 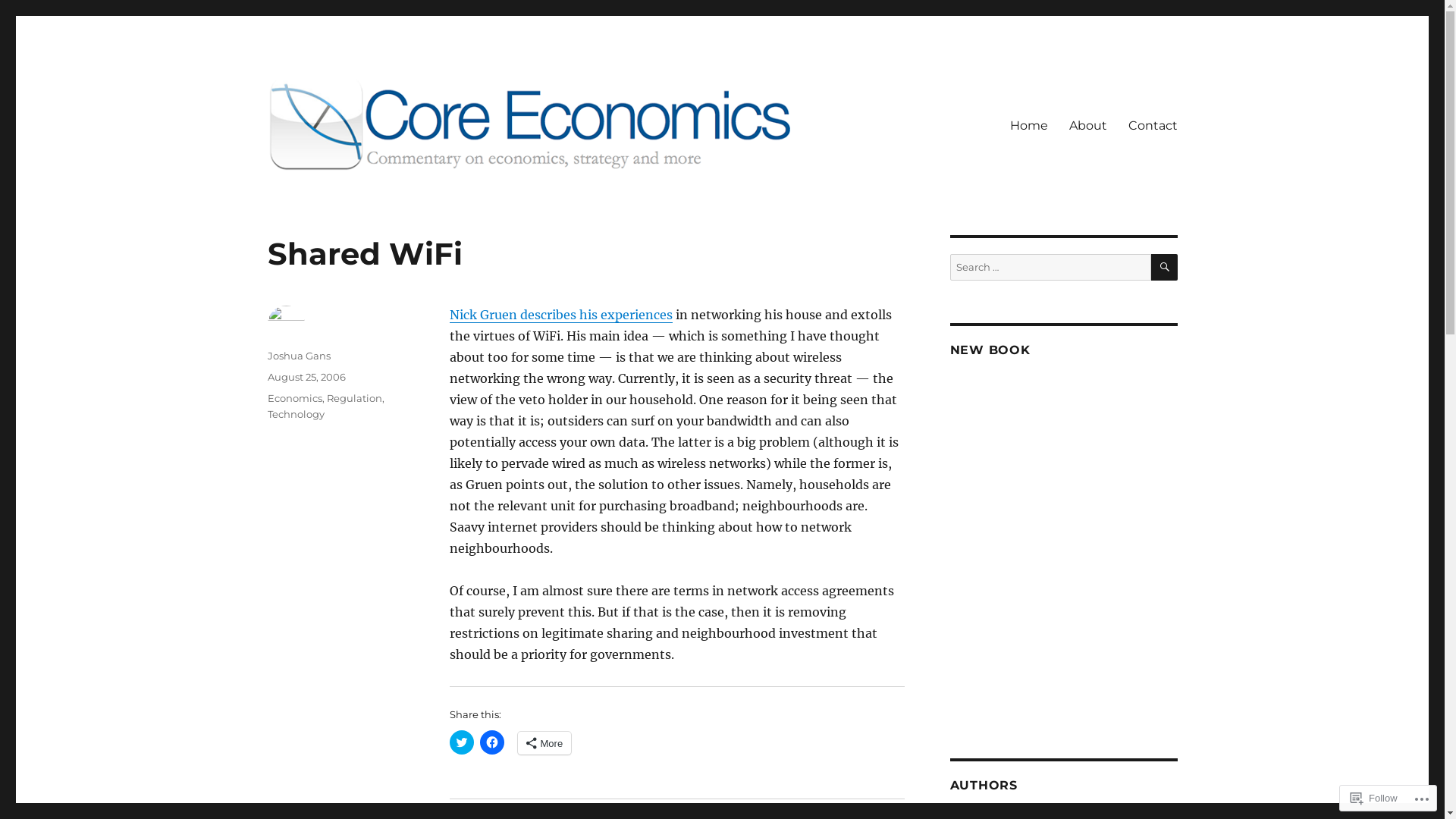 What do you see at coordinates (1087, 124) in the screenshot?
I see `'About'` at bounding box center [1087, 124].